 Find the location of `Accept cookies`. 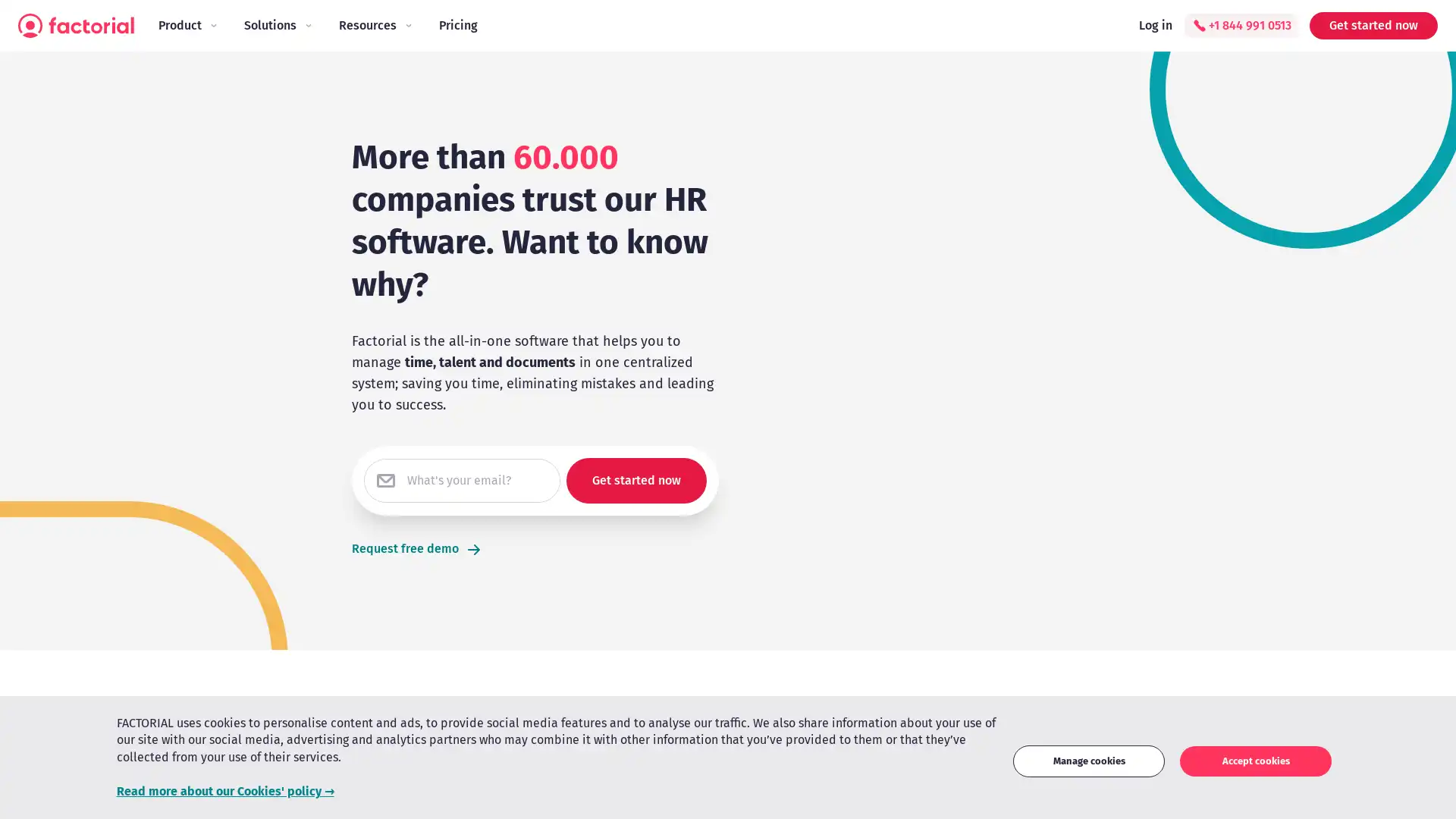

Accept cookies is located at coordinates (1256, 761).